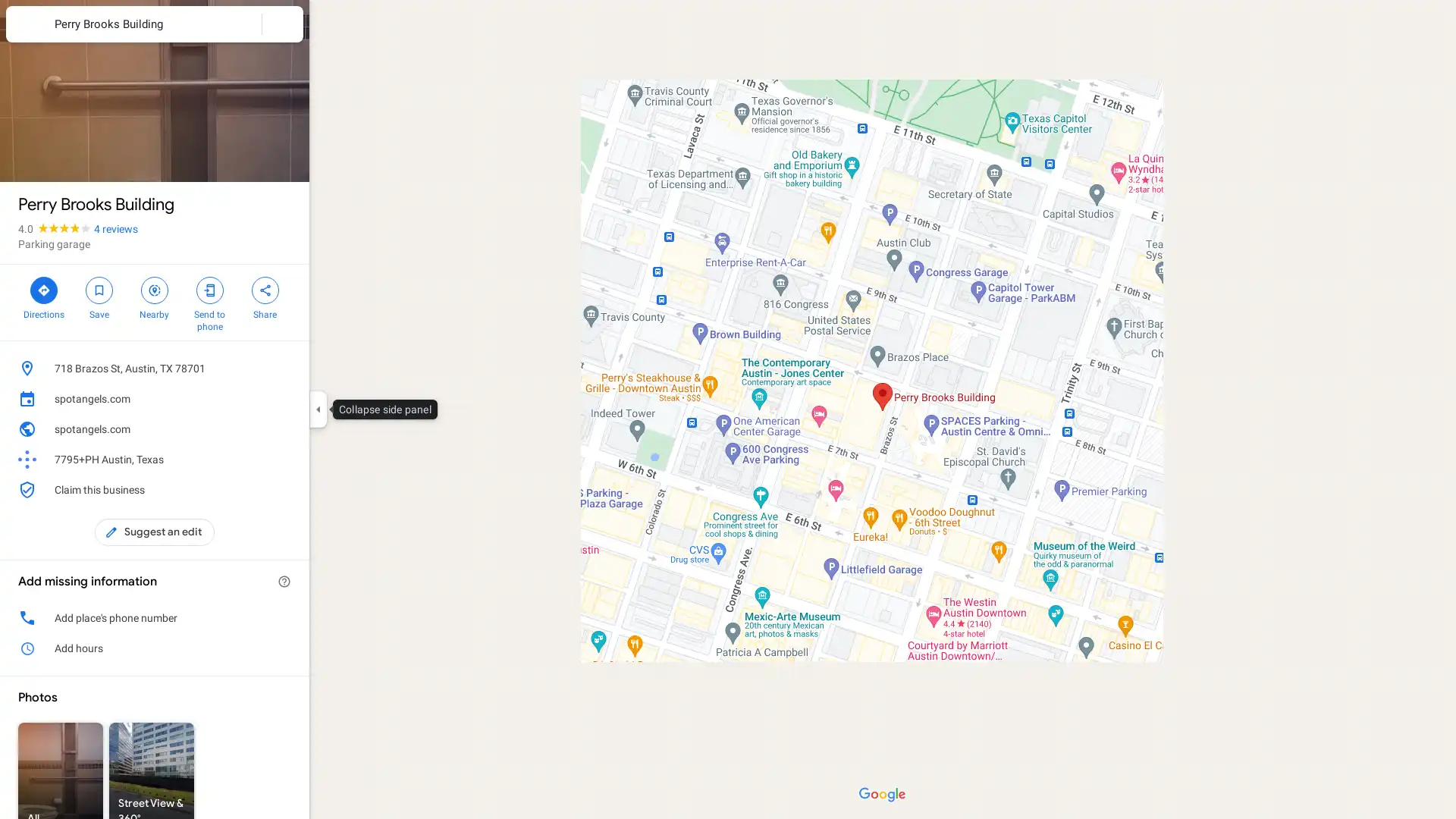 This screenshot has height=819, width=1456. Describe the element at coordinates (284, 369) in the screenshot. I see `Copy address` at that location.